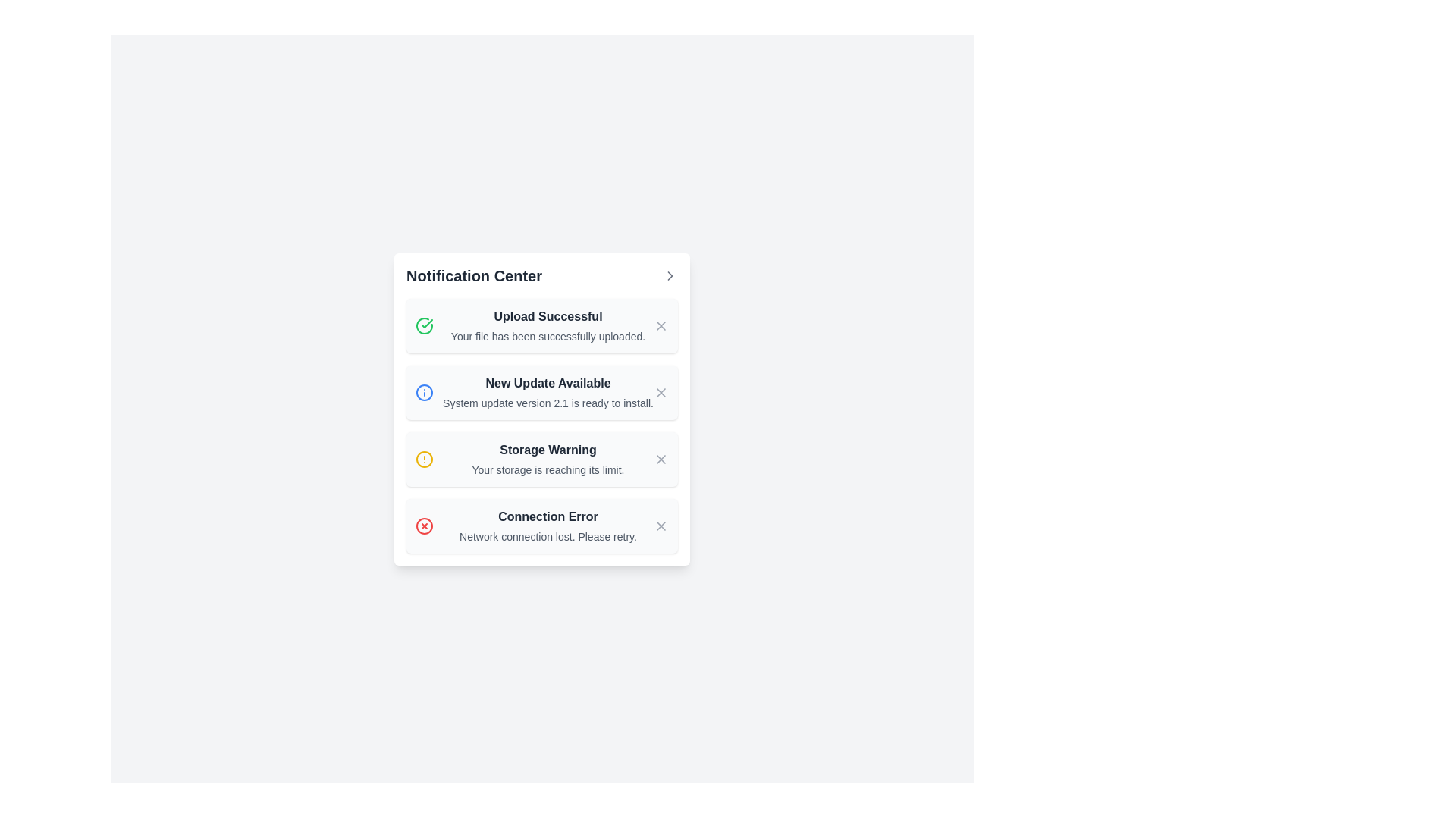 This screenshot has height=819, width=1456. Describe the element at coordinates (548, 382) in the screenshot. I see `the static text label indicating the availability of a new update, which is positioned in the Notification Center above 'Storage Warning' and below 'Upload Successful'` at that location.